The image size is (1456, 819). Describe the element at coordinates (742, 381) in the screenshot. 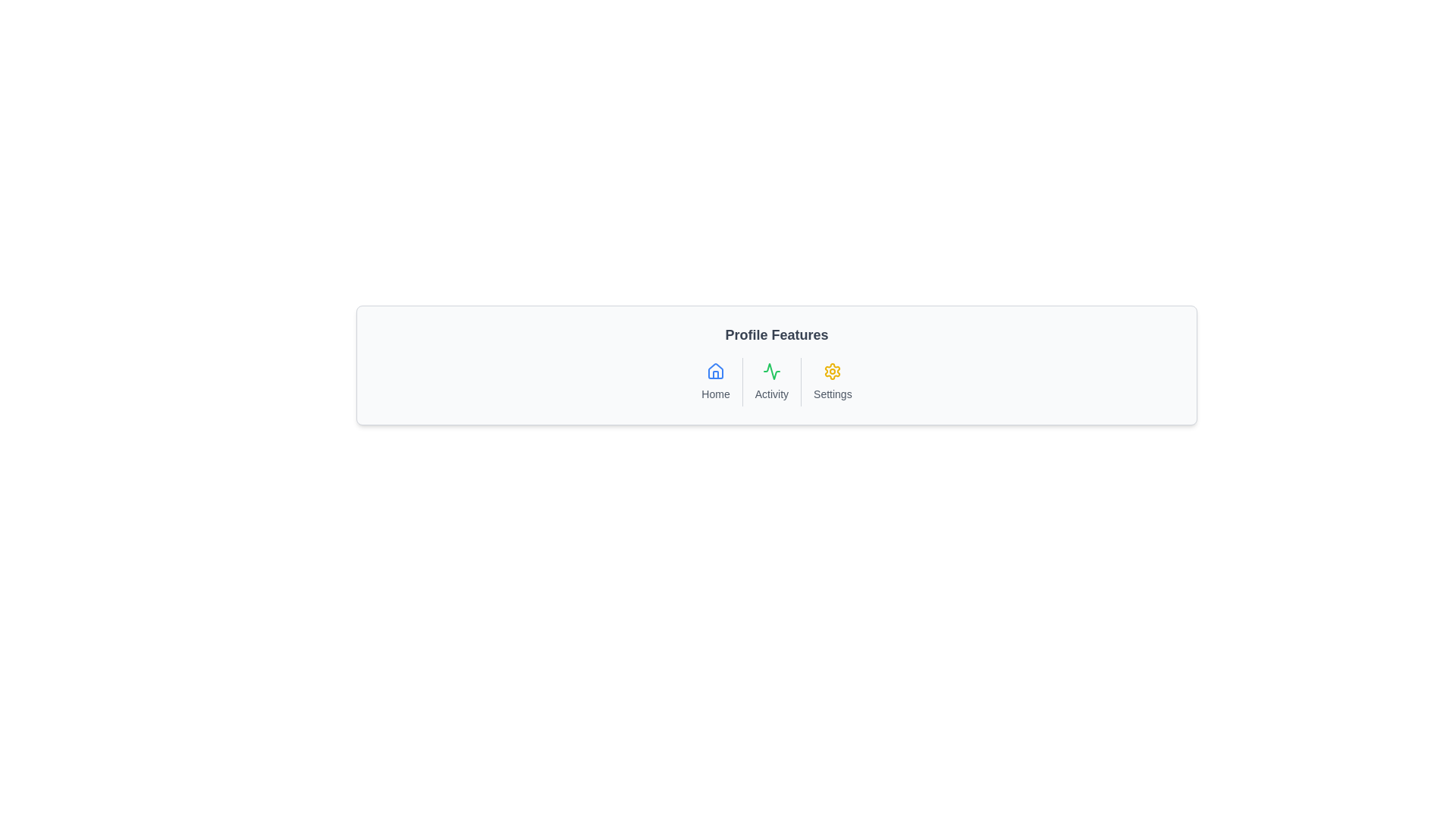

I see `the separator line in the middle row of the horizontally aligned menu, which visually distinguishes the 'Home' and 'Activity' sections` at that location.